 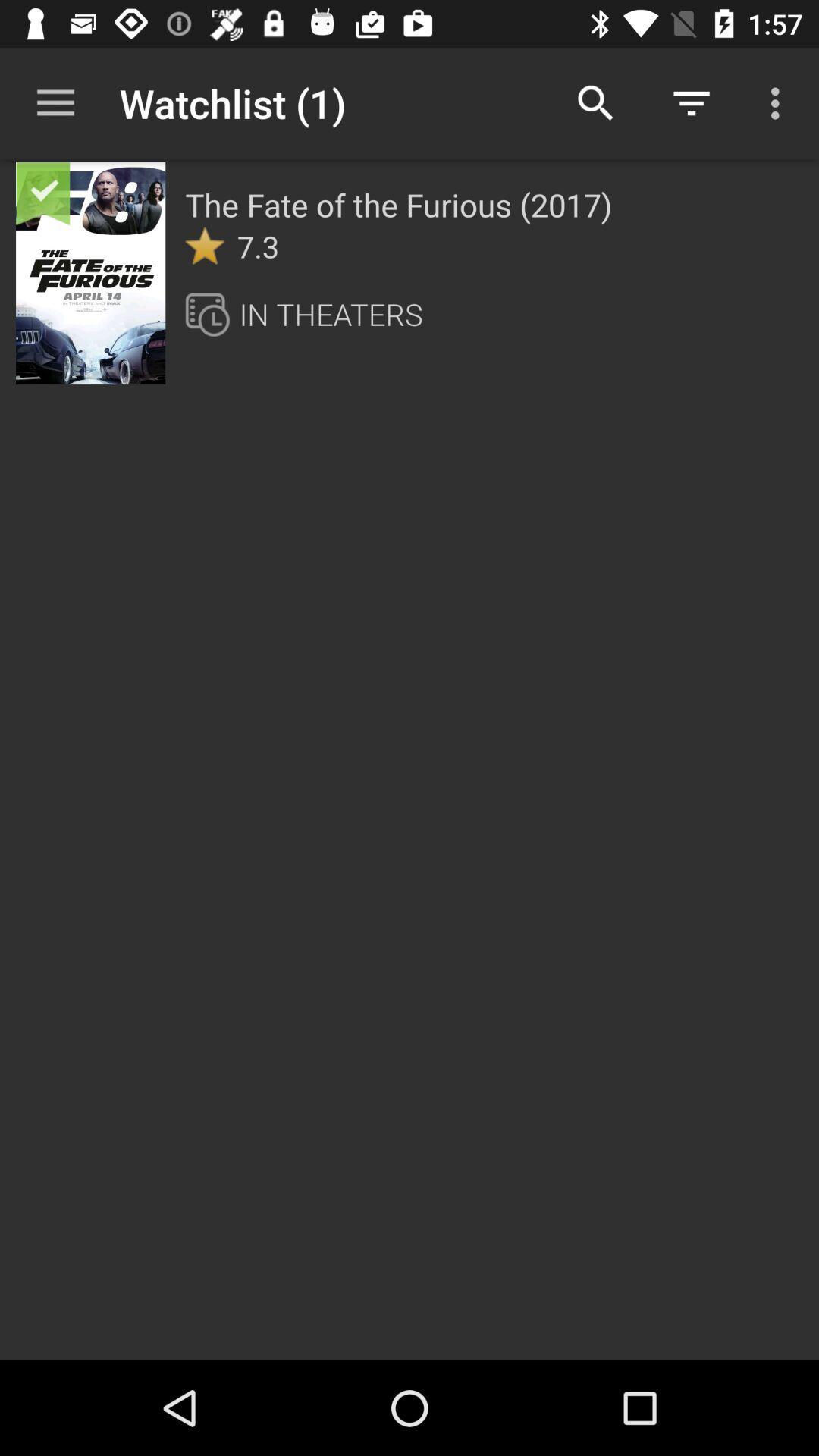 I want to click on the app to the left of the watchlist (1), so click(x=55, y=102).